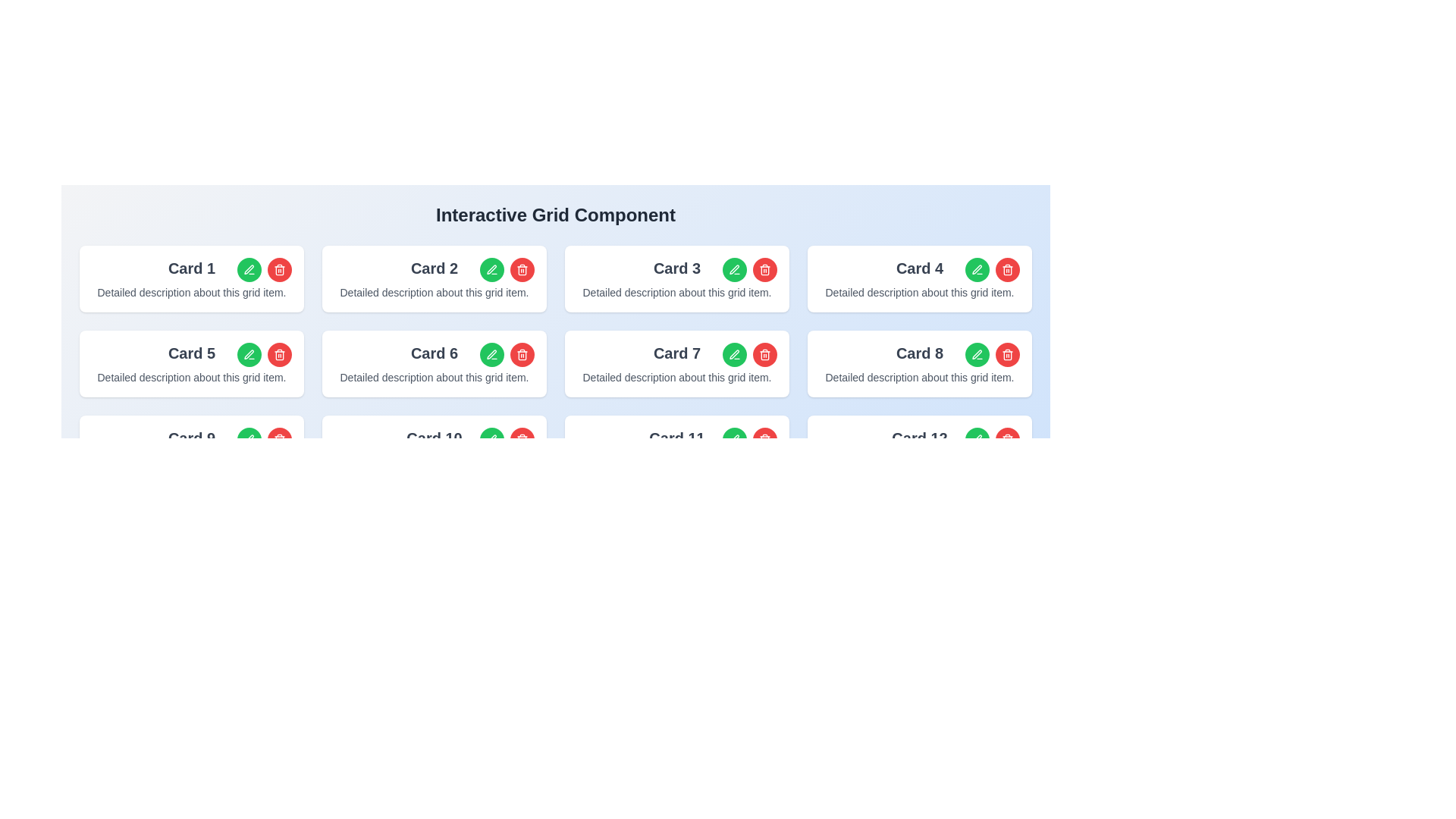 Image resolution: width=1456 pixels, height=819 pixels. Describe the element at coordinates (507, 268) in the screenshot. I see `the red button within the Action group located at the top-right corner of 'Card 2' to initiate deletion` at that location.